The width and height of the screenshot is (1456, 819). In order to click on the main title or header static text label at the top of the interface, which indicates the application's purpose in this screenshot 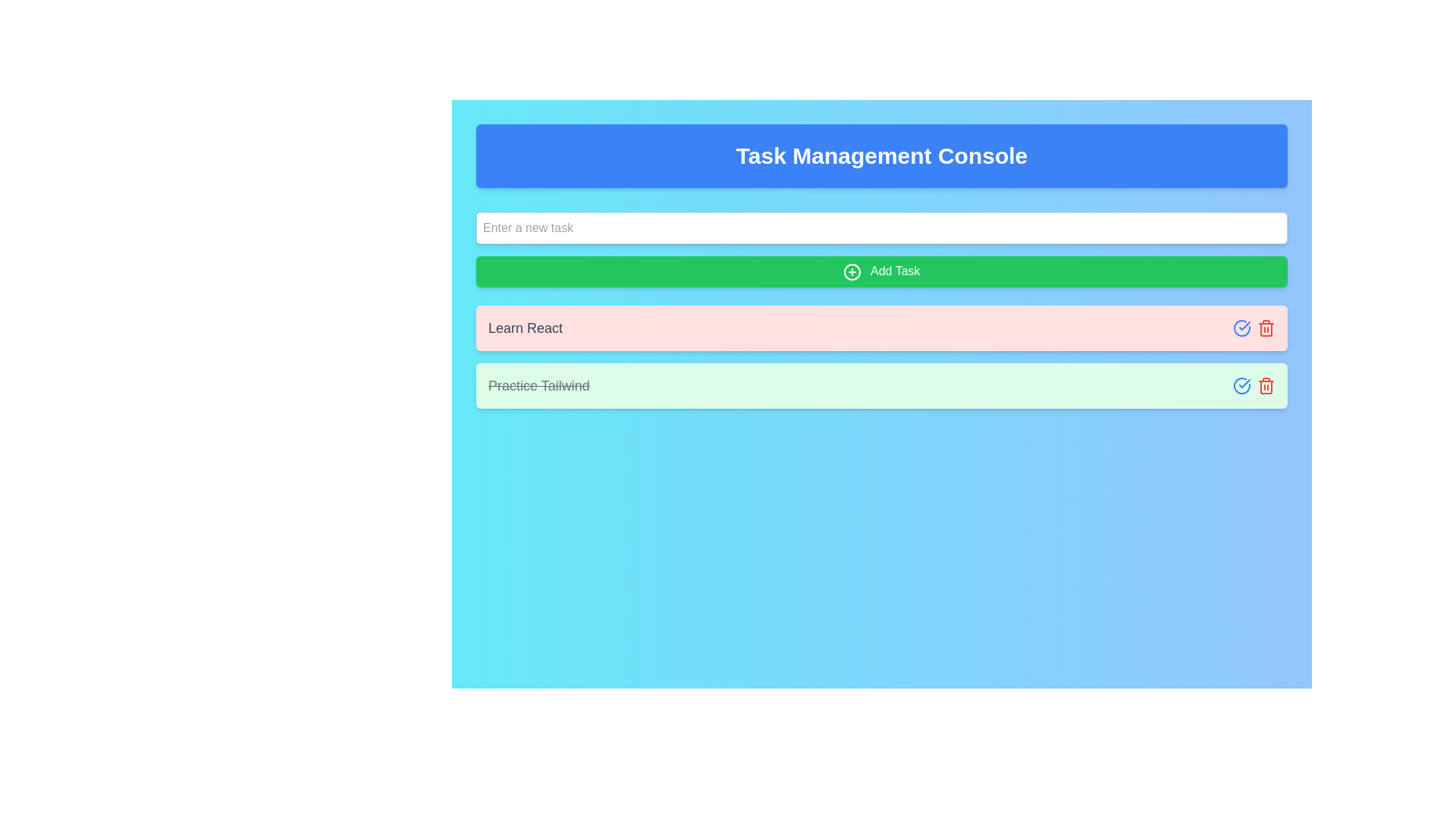, I will do `click(881, 155)`.